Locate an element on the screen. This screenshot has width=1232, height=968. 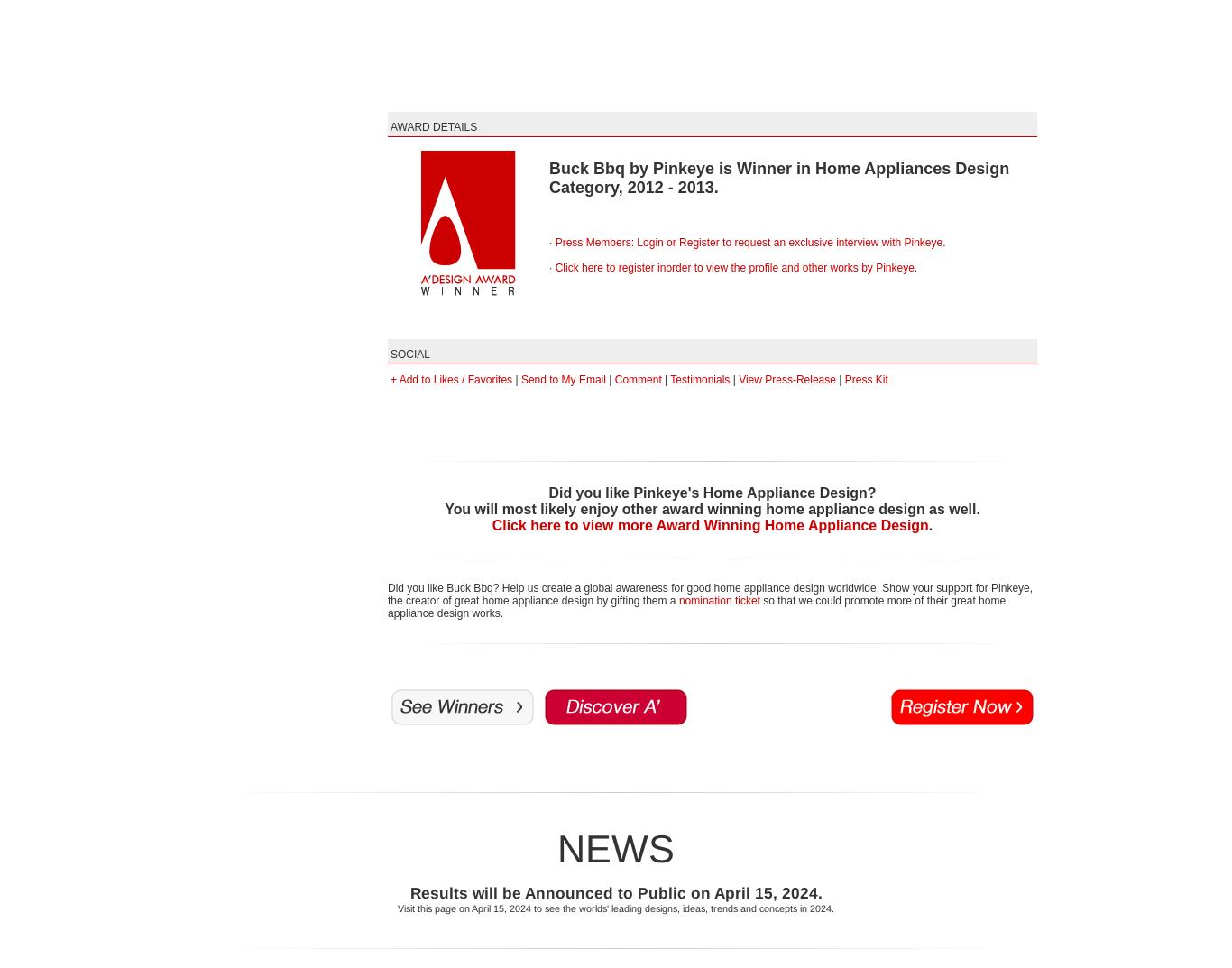
'Did you like Pinkeye's Home Appliance Design?' is located at coordinates (712, 493).